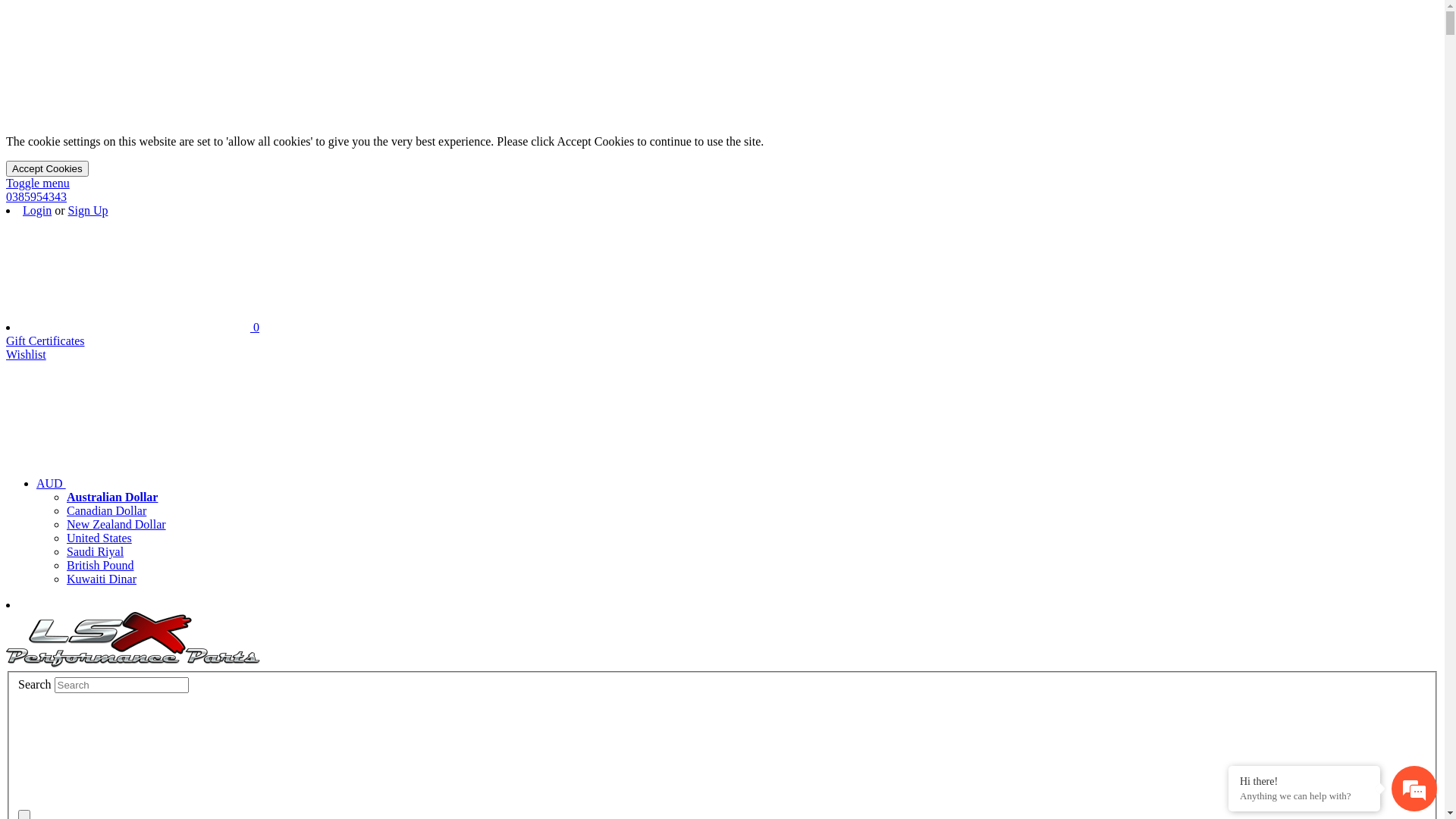 The image size is (1456, 819). What do you see at coordinates (36, 210) in the screenshot?
I see `'Login'` at bounding box center [36, 210].